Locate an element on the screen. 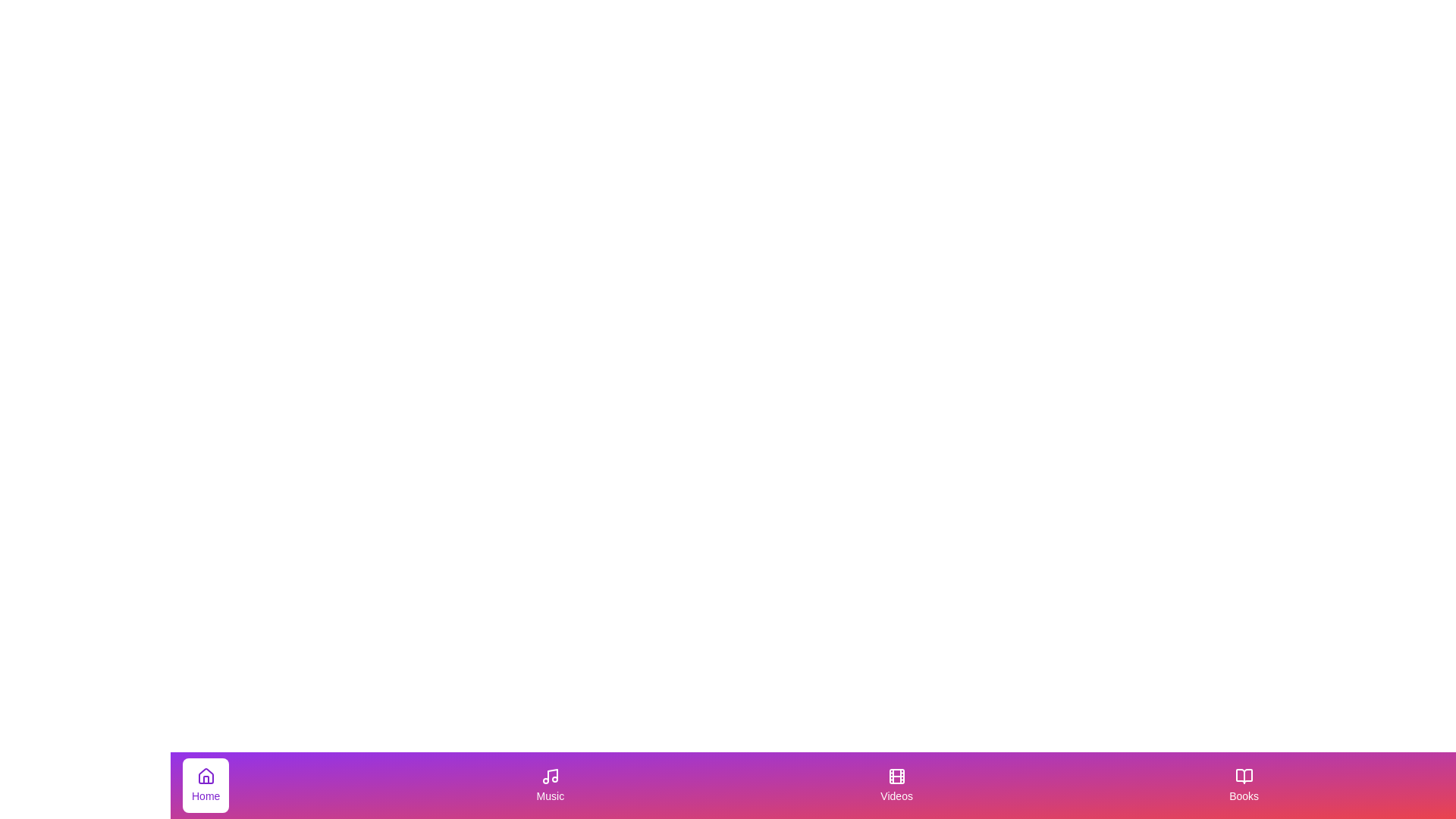 The width and height of the screenshot is (1456, 819). the Home button to switch to the corresponding tab is located at coordinates (204, 785).